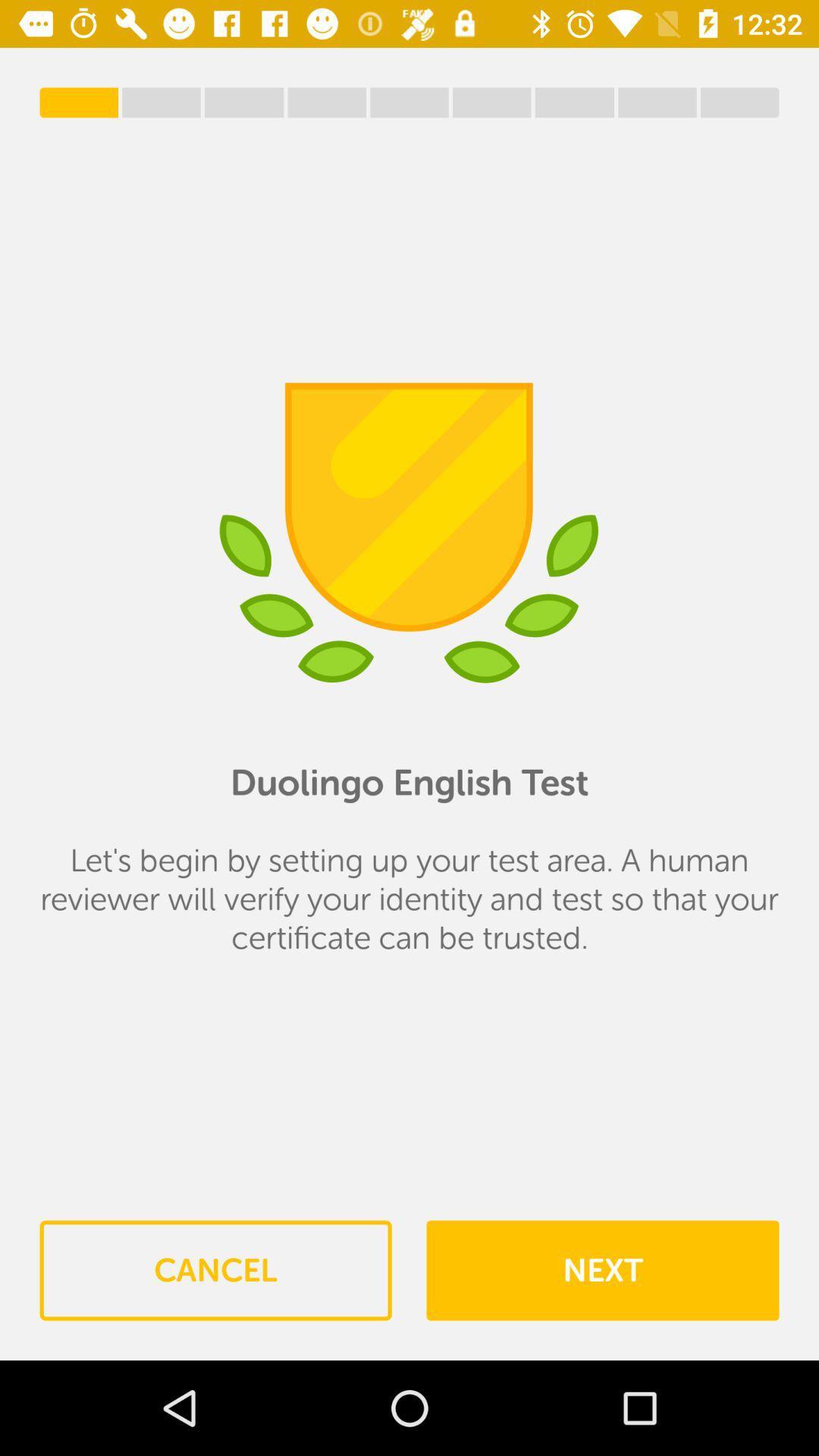 Image resolution: width=819 pixels, height=1456 pixels. I want to click on item below the let s begin item, so click(215, 1270).